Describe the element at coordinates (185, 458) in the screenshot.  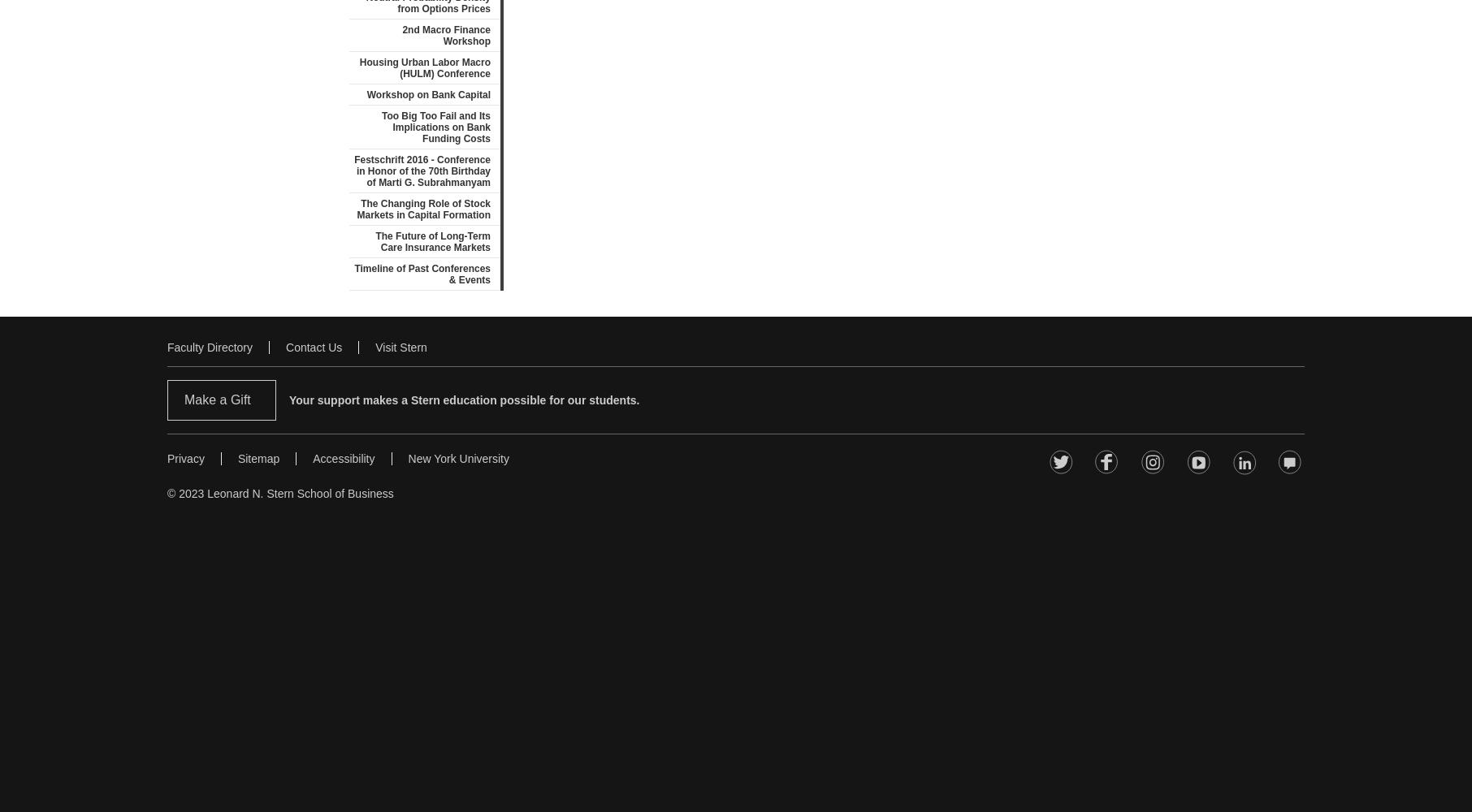
I see `'Privacy'` at that location.